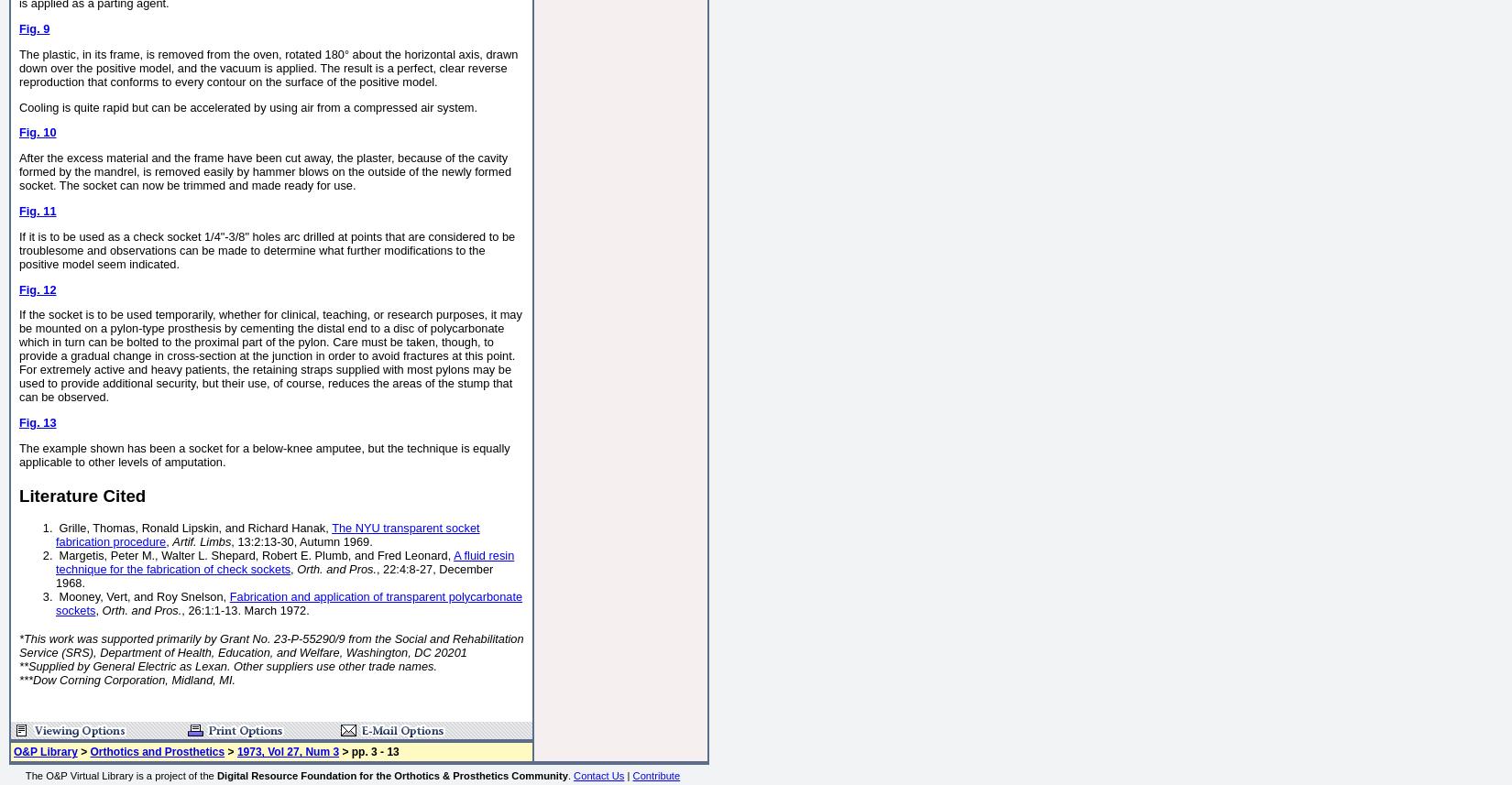  Describe the element at coordinates (227, 665) in the screenshot. I see `'**Supplied by General Electric as Lexan. Other suppliers use other trade names.'` at that location.